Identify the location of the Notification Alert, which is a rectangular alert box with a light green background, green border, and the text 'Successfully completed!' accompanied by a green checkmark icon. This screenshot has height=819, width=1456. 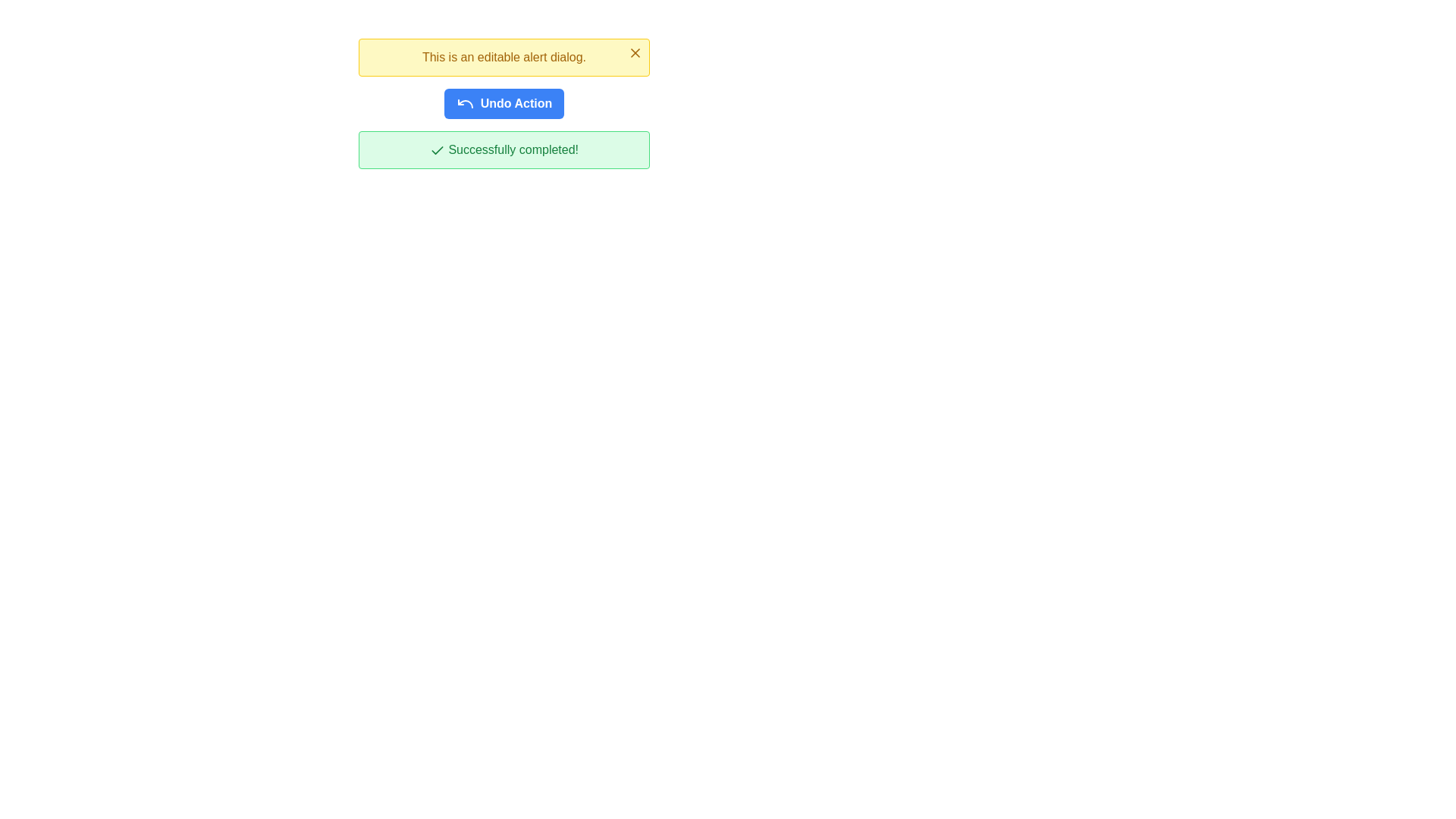
(504, 149).